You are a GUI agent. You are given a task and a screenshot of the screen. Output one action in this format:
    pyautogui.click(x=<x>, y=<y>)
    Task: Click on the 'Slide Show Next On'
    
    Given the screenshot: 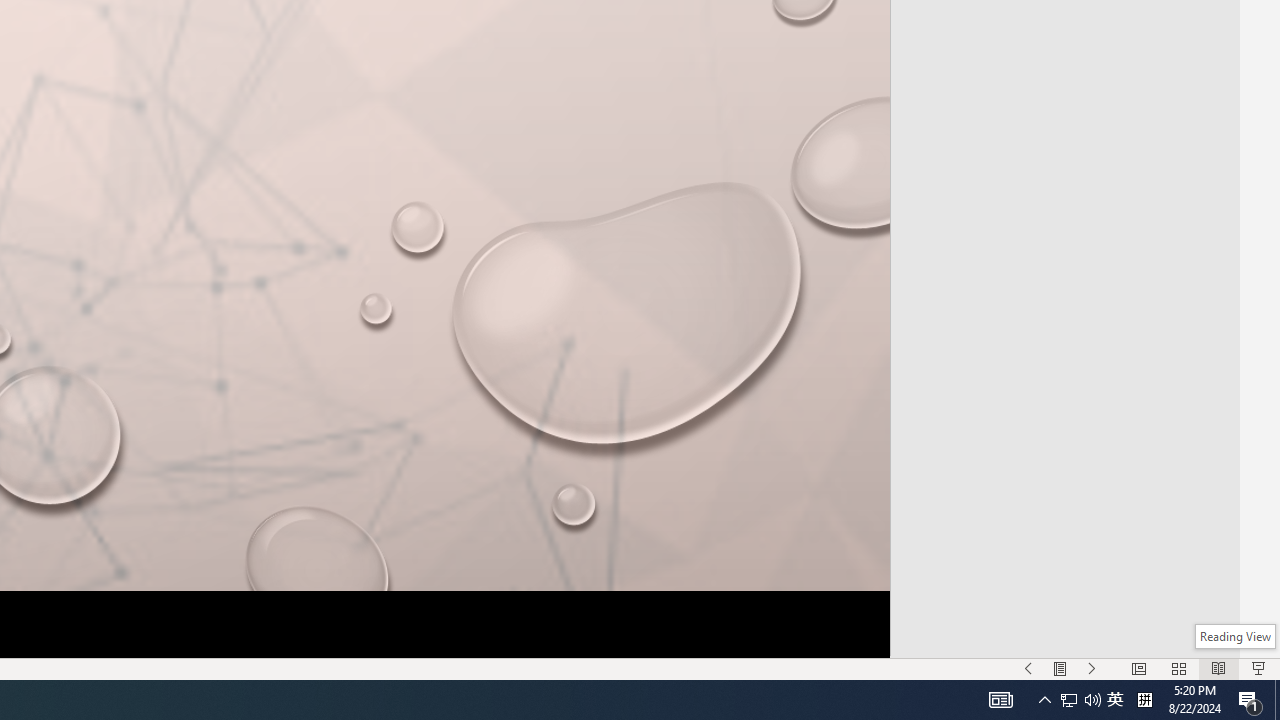 What is the action you would take?
    pyautogui.click(x=1091, y=669)
    